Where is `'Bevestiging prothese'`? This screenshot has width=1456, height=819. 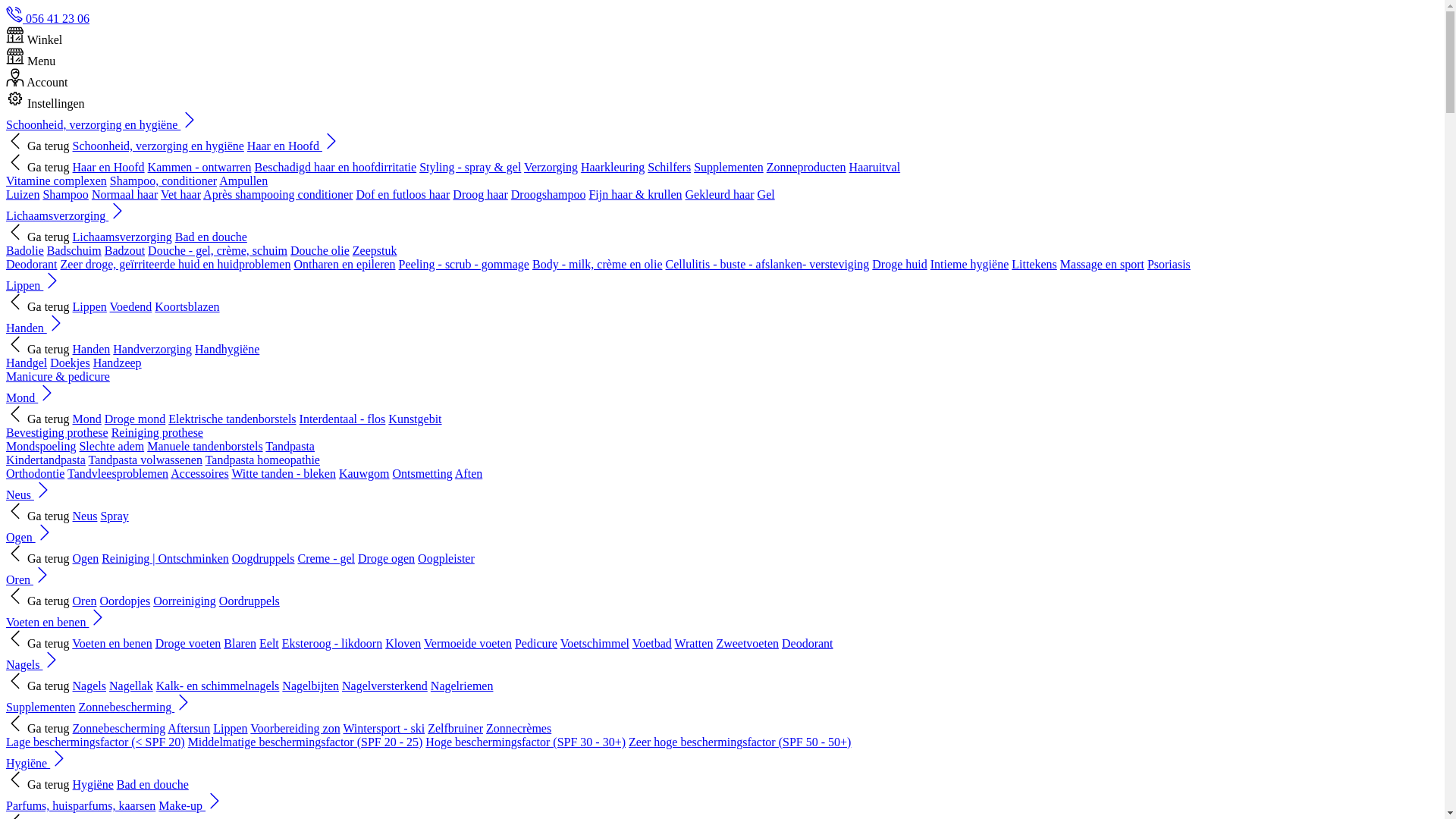 'Bevestiging prothese' is located at coordinates (57, 432).